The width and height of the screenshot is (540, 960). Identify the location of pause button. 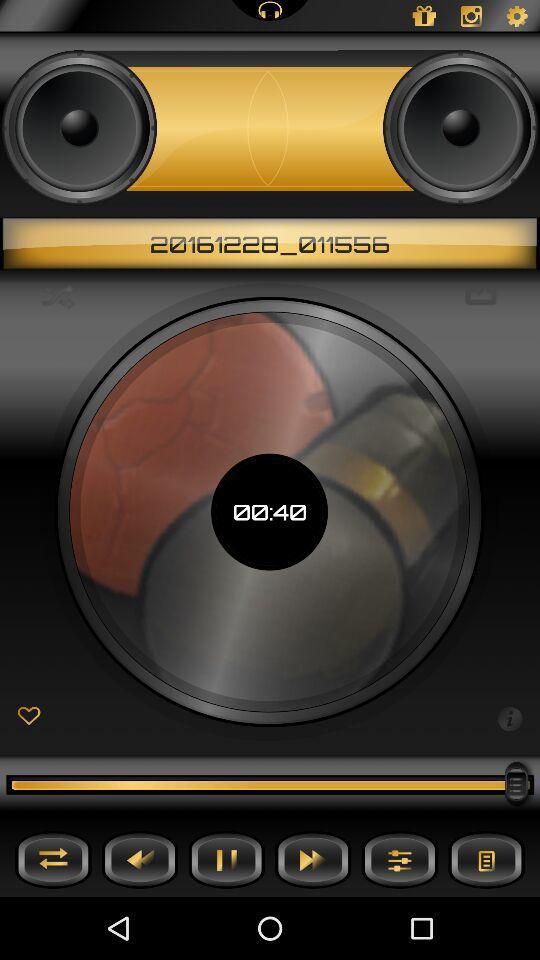
(225, 858).